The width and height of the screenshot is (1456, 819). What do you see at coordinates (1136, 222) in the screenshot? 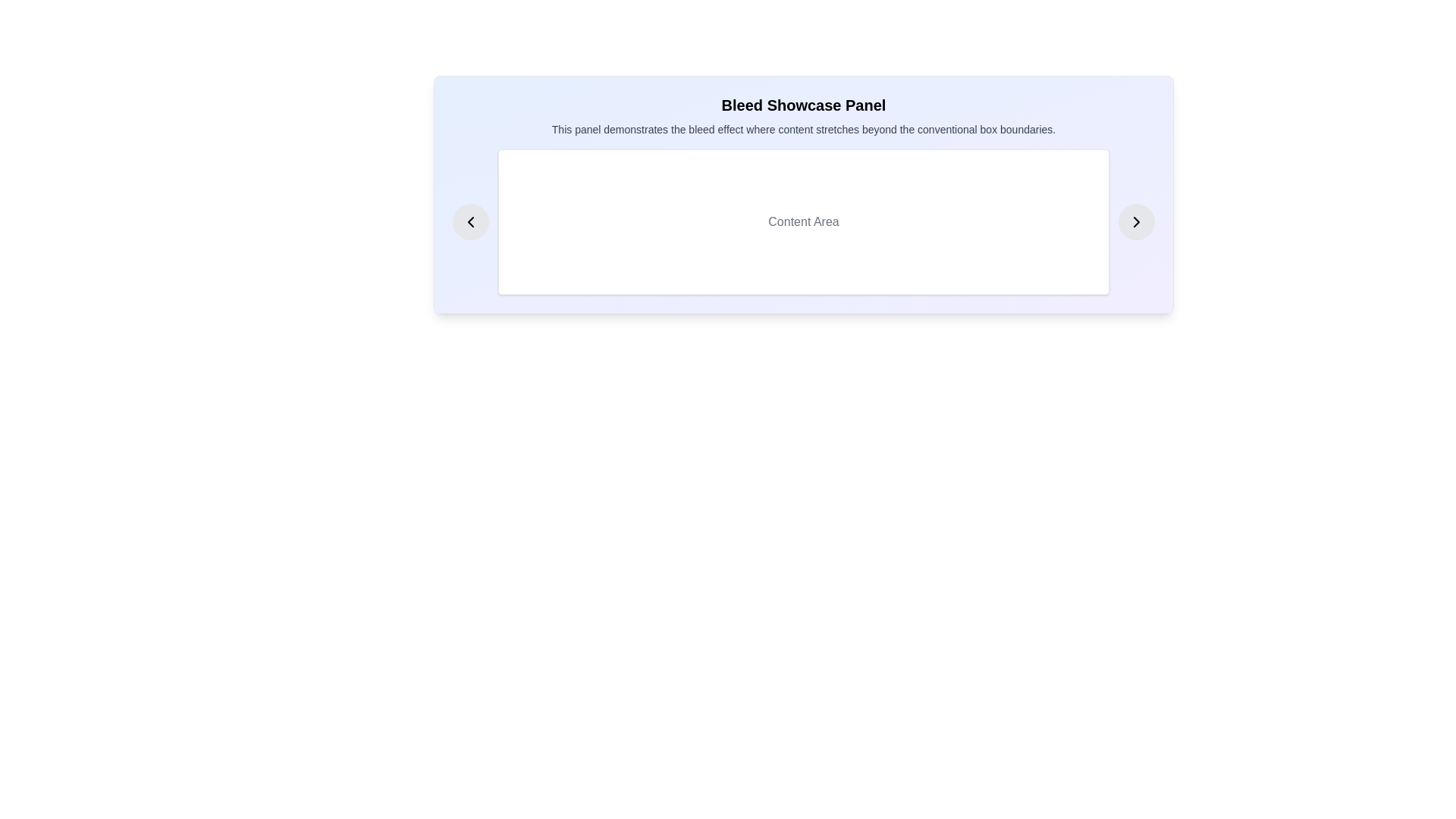
I see `the rightmost navigation button` at bounding box center [1136, 222].